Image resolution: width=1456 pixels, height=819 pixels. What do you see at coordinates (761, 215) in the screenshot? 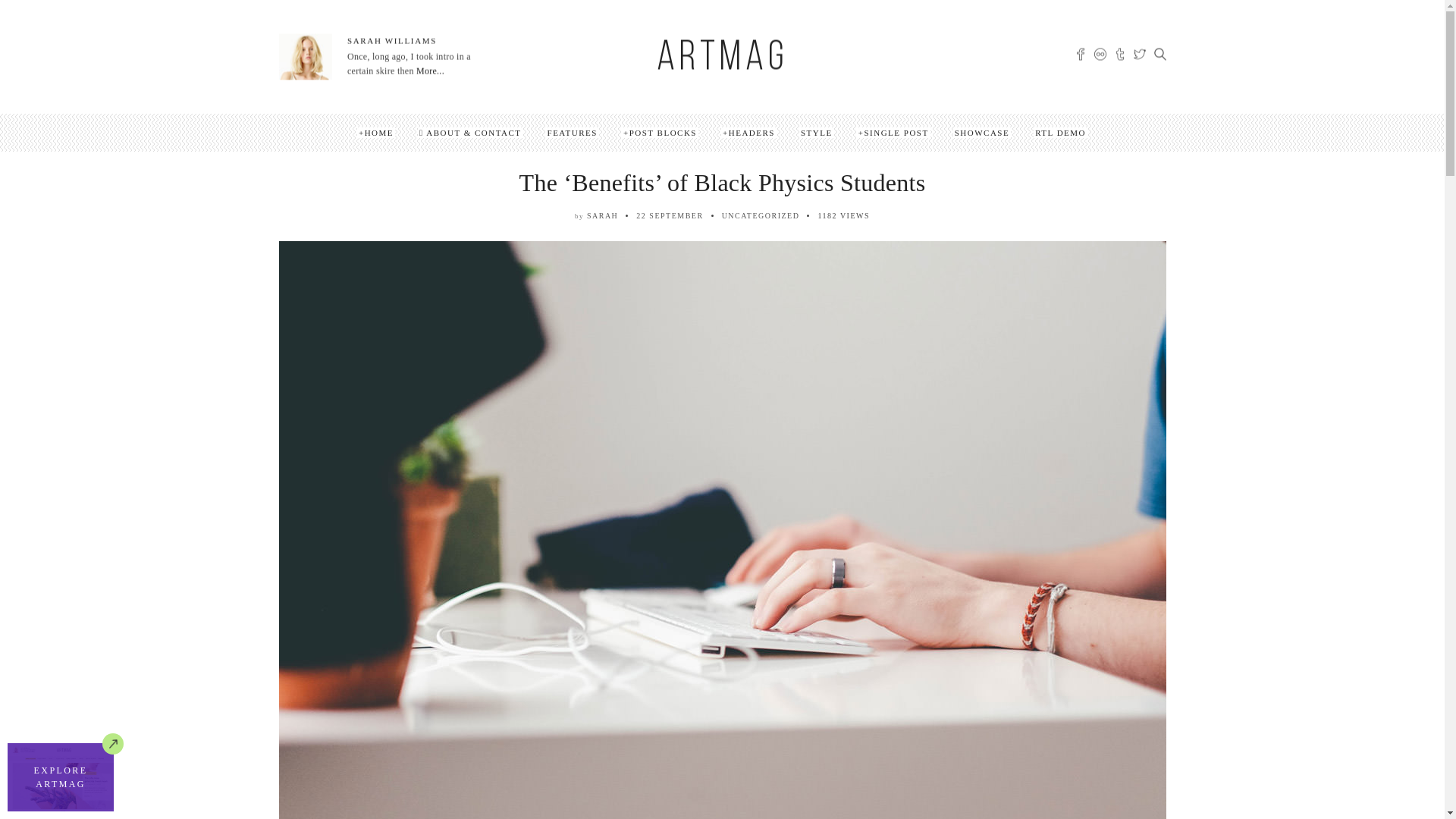
I see `'UNCATEGORIZED'` at bounding box center [761, 215].